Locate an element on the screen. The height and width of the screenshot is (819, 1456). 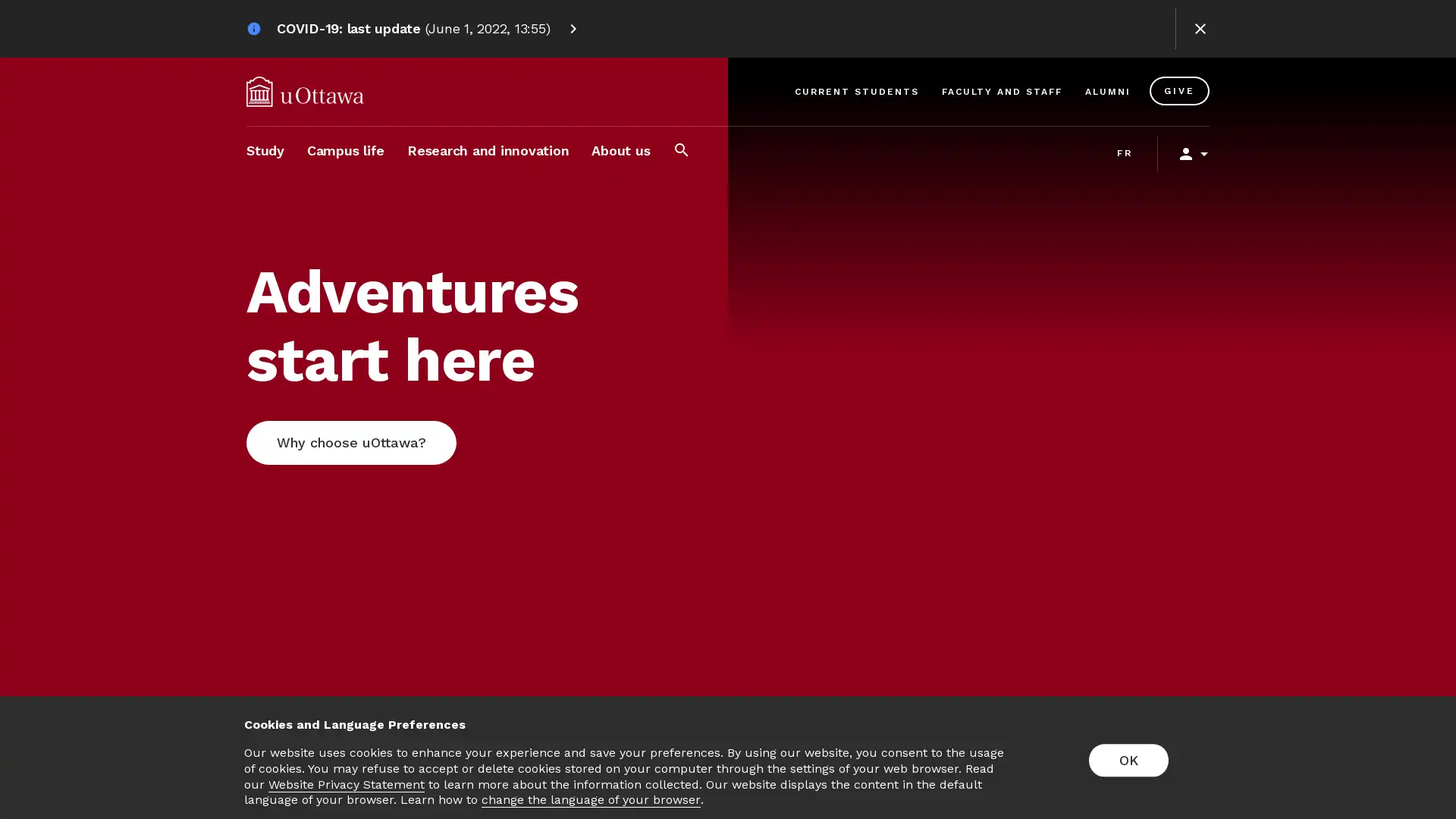
Display login links is located at coordinates (1186, 154).